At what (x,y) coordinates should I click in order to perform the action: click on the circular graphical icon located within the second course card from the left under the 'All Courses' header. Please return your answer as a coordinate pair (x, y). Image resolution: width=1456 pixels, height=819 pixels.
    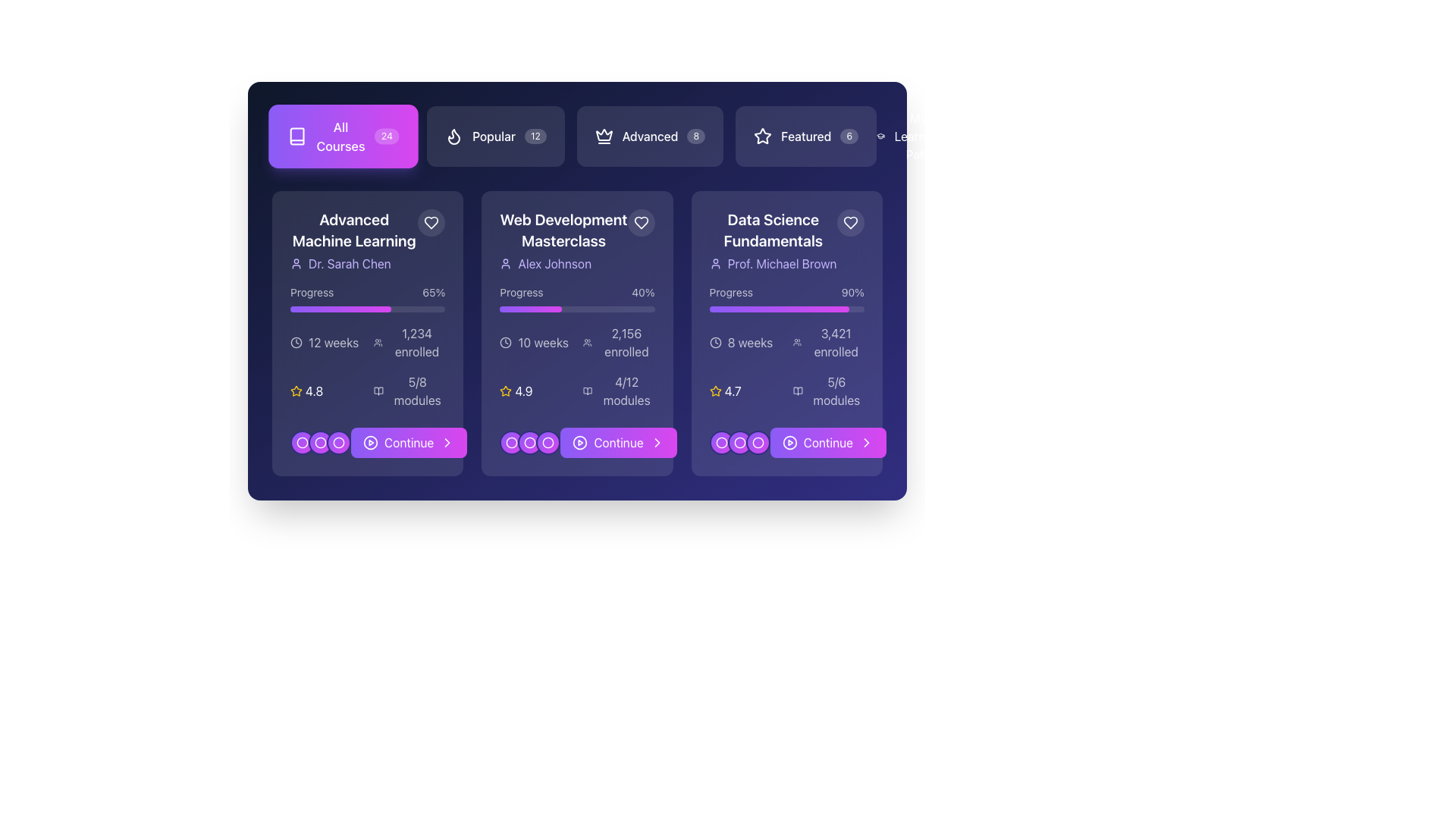
    Looking at the image, I should click on (548, 442).